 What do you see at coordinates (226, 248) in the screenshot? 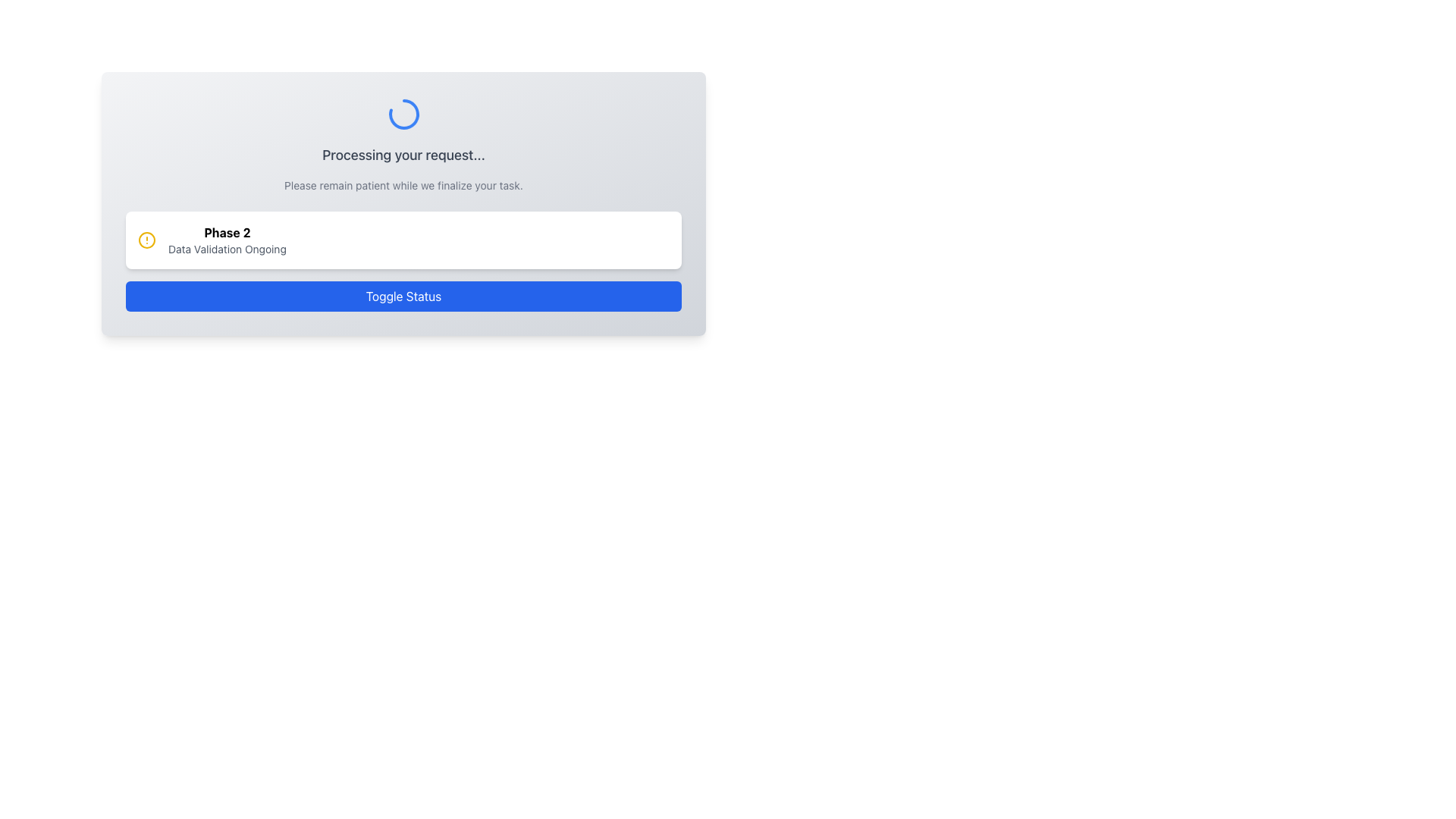
I see `the Text Label that displays 'Data Validation Ongoing', which is positioned directly below the 'Phase 2' text in a smaller gray font` at bounding box center [226, 248].